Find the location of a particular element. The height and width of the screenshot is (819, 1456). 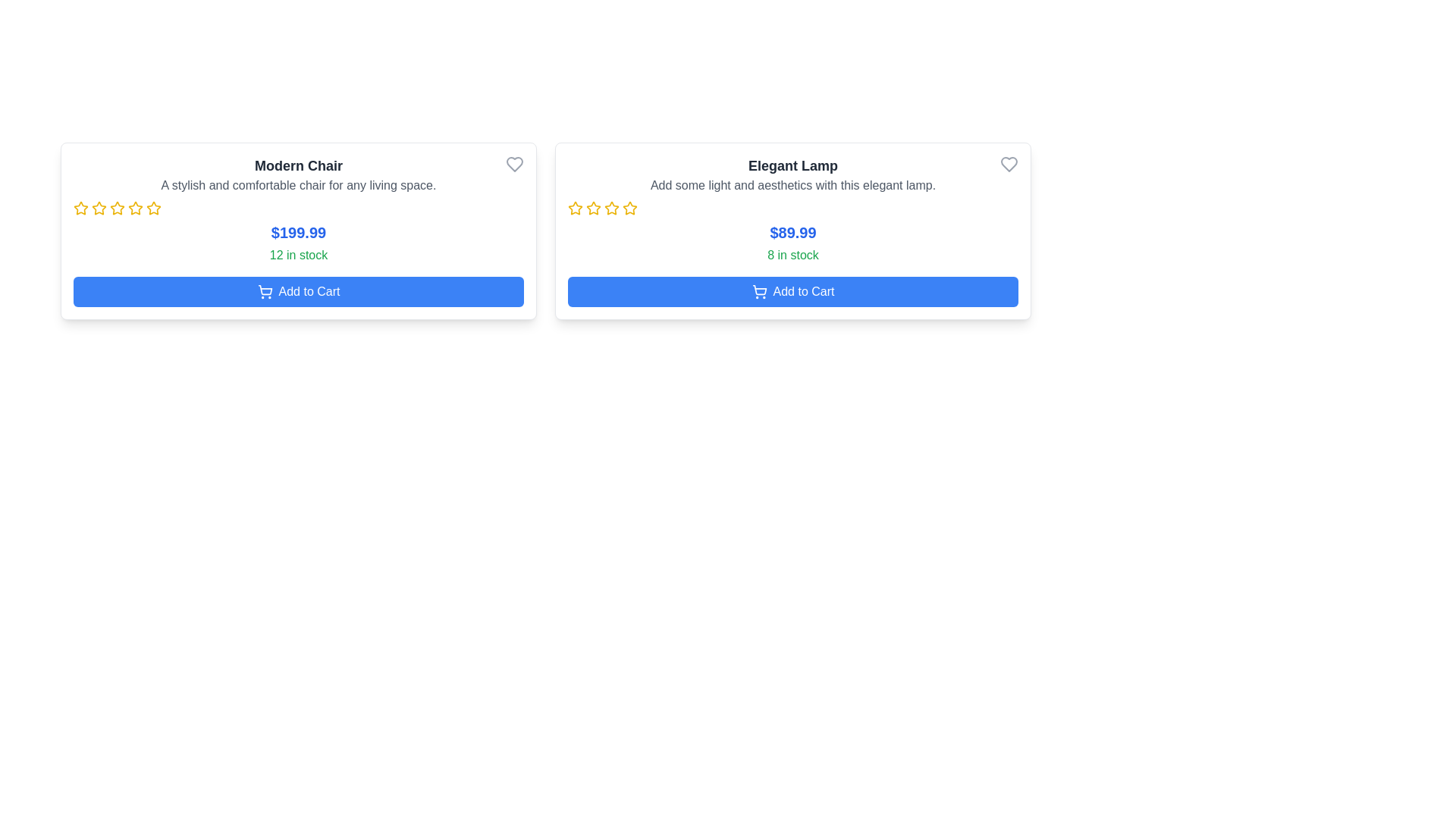

the second star icon in the rating component below the 'Modern Chair' text is located at coordinates (153, 208).